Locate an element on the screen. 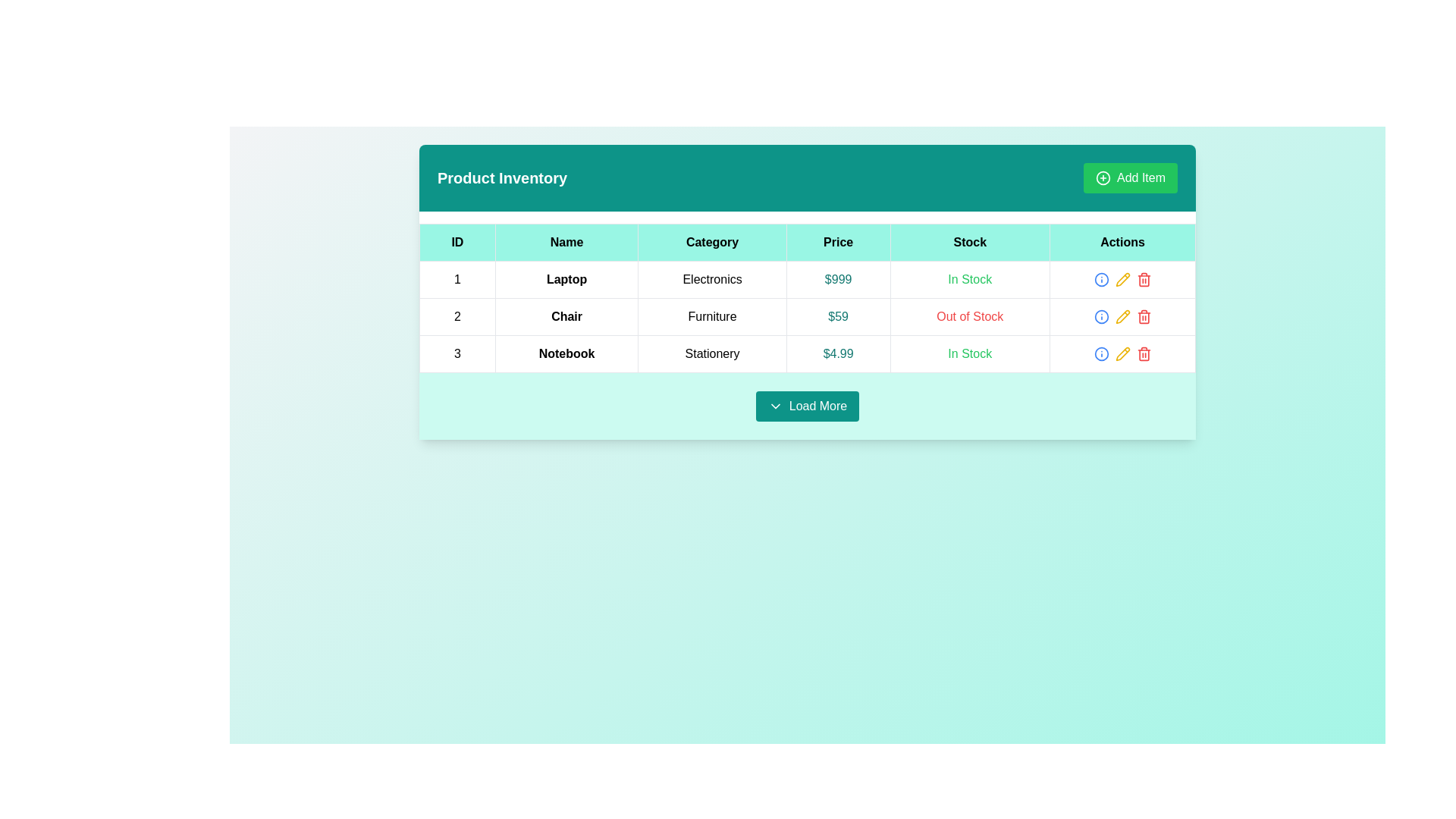 Image resolution: width=1456 pixels, height=819 pixels. the red trash can icon, which is the rightmost action icon in the 'Actions' column of the last row in the data table is located at coordinates (1144, 280).